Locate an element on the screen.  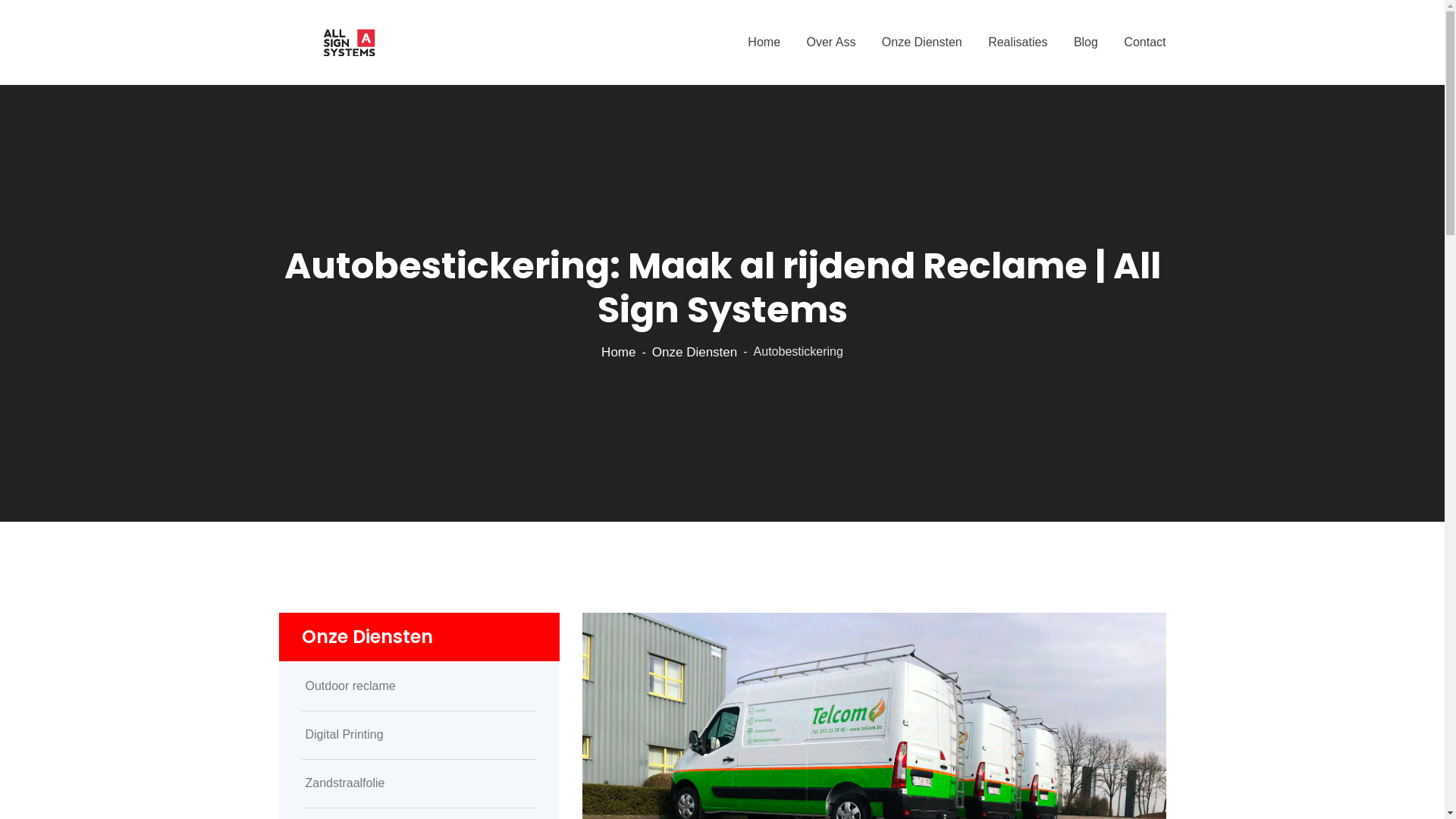
'Contact' is located at coordinates (1144, 42).